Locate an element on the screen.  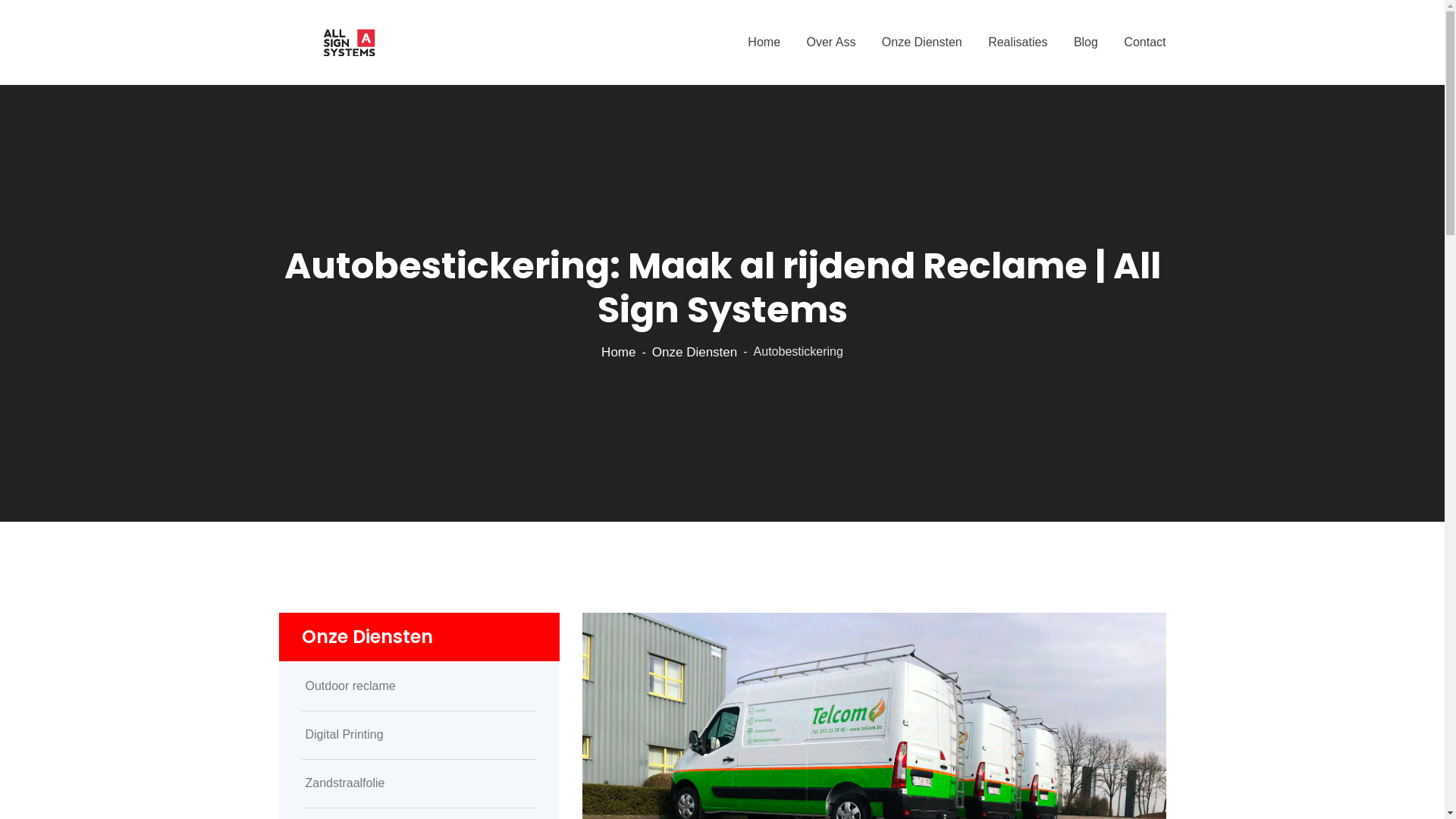
'Contact' is located at coordinates (1144, 42).